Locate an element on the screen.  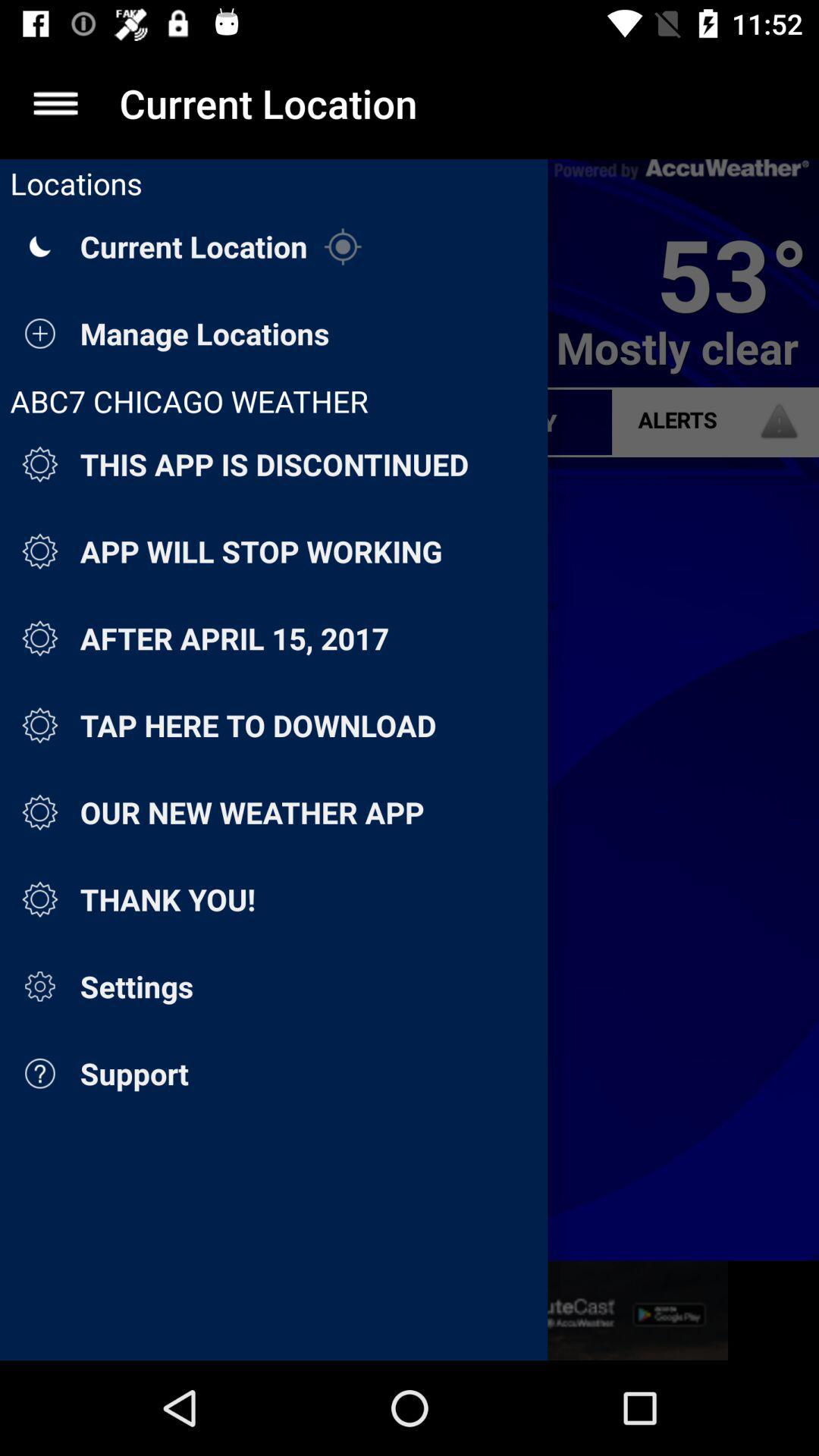
the menu icon is located at coordinates (55, 102).